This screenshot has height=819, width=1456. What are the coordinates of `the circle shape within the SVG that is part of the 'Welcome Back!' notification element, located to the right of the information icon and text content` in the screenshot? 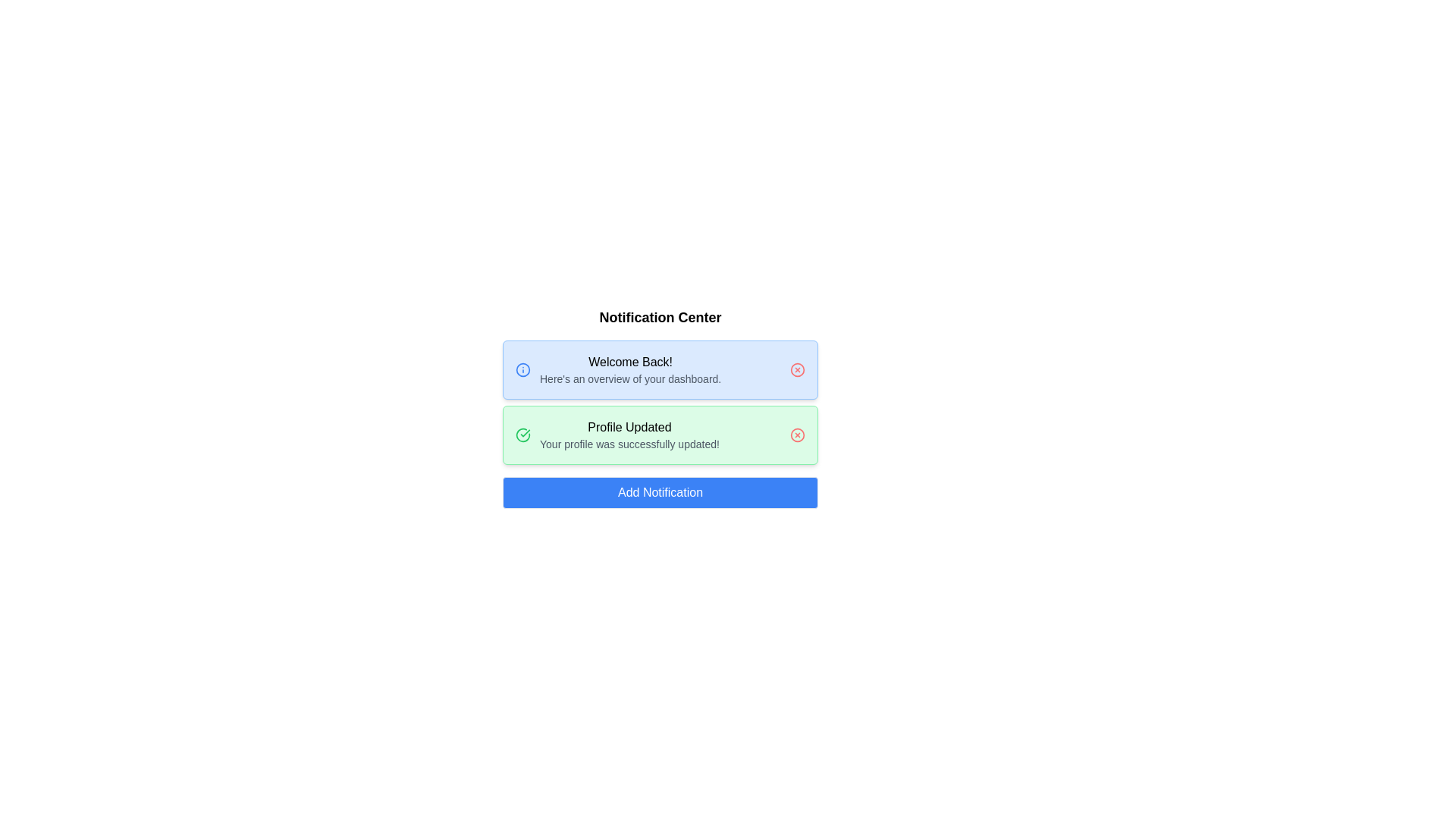 It's located at (796, 370).